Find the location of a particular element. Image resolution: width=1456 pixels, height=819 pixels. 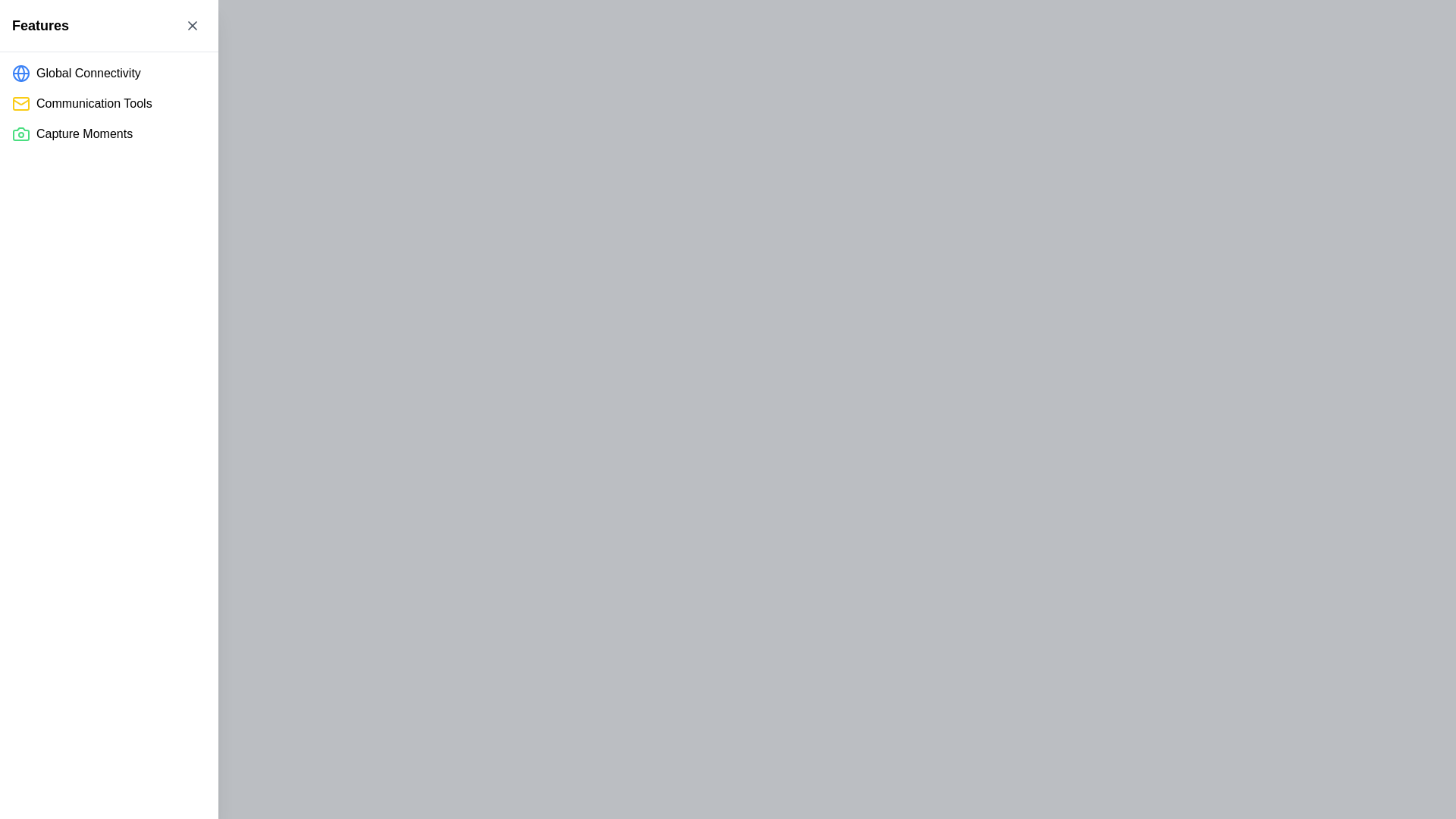

the 'Capture Moments' list item with a camera icon is located at coordinates (108, 133).